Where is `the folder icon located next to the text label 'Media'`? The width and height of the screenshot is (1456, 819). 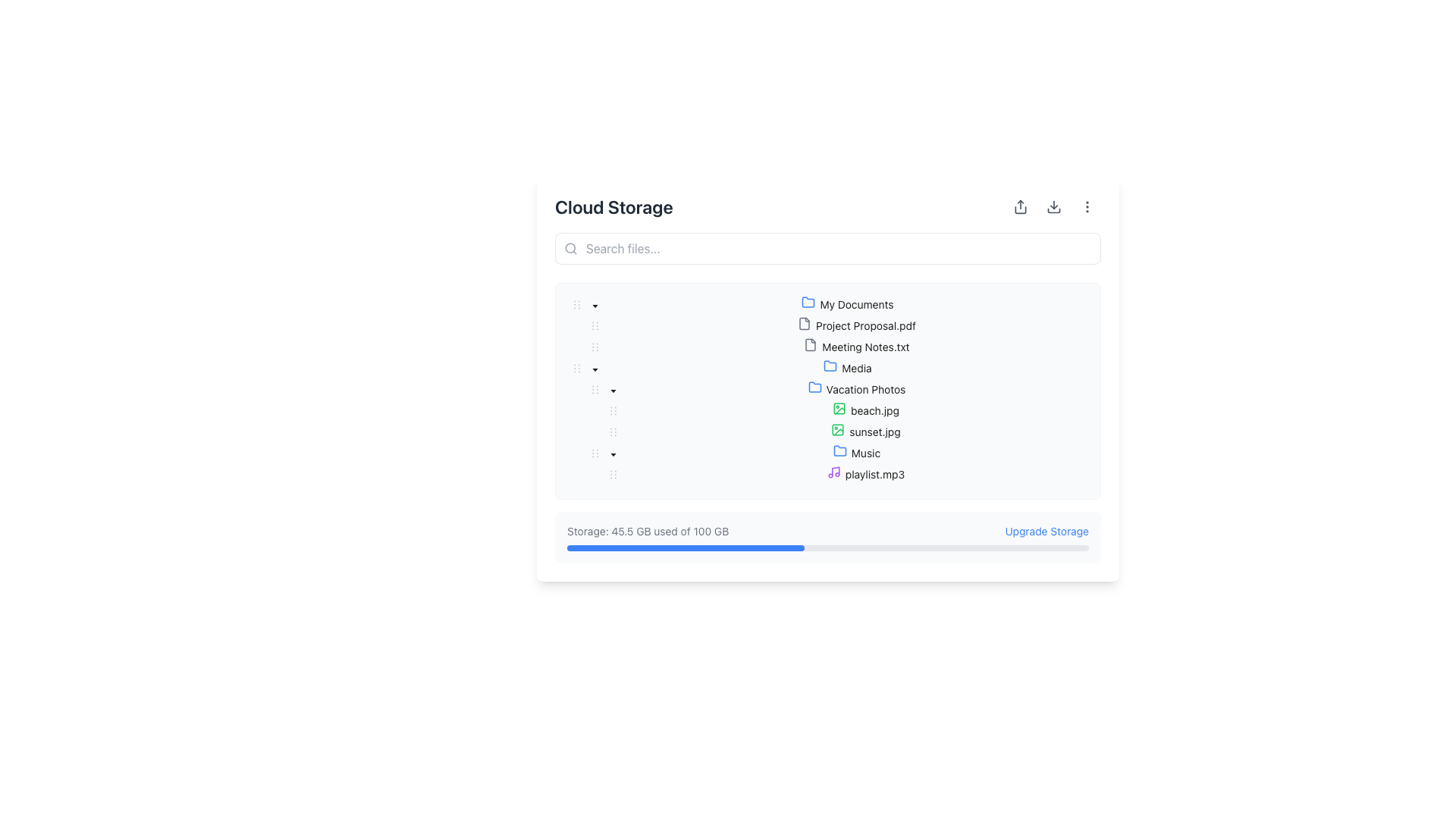 the folder icon located next to the text label 'Media' is located at coordinates (830, 366).